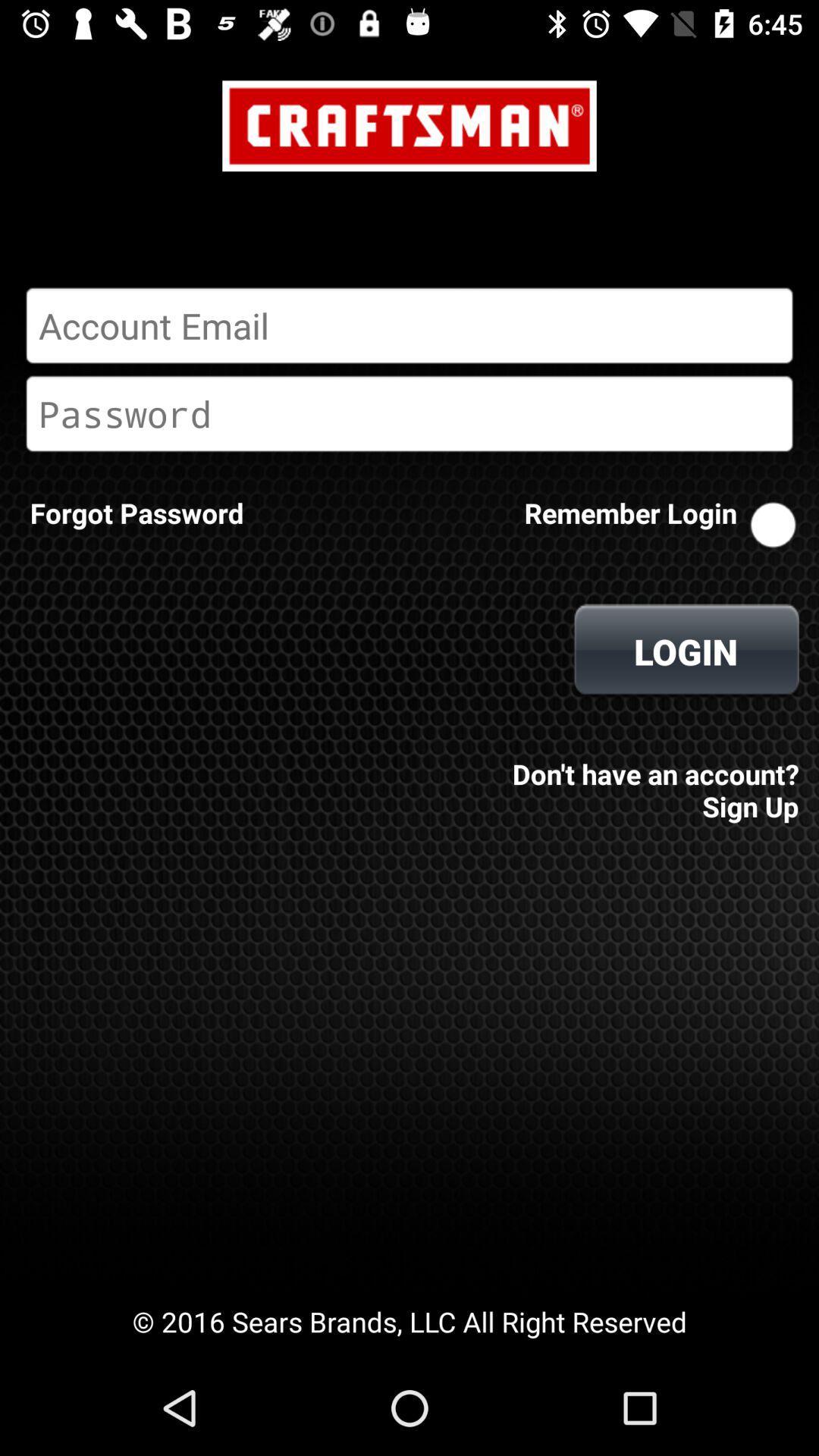 Image resolution: width=819 pixels, height=1456 pixels. Describe the element at coordinates (651, 780) in the screenshot. I see `the icon above 2016 sears brands icon` at that location.